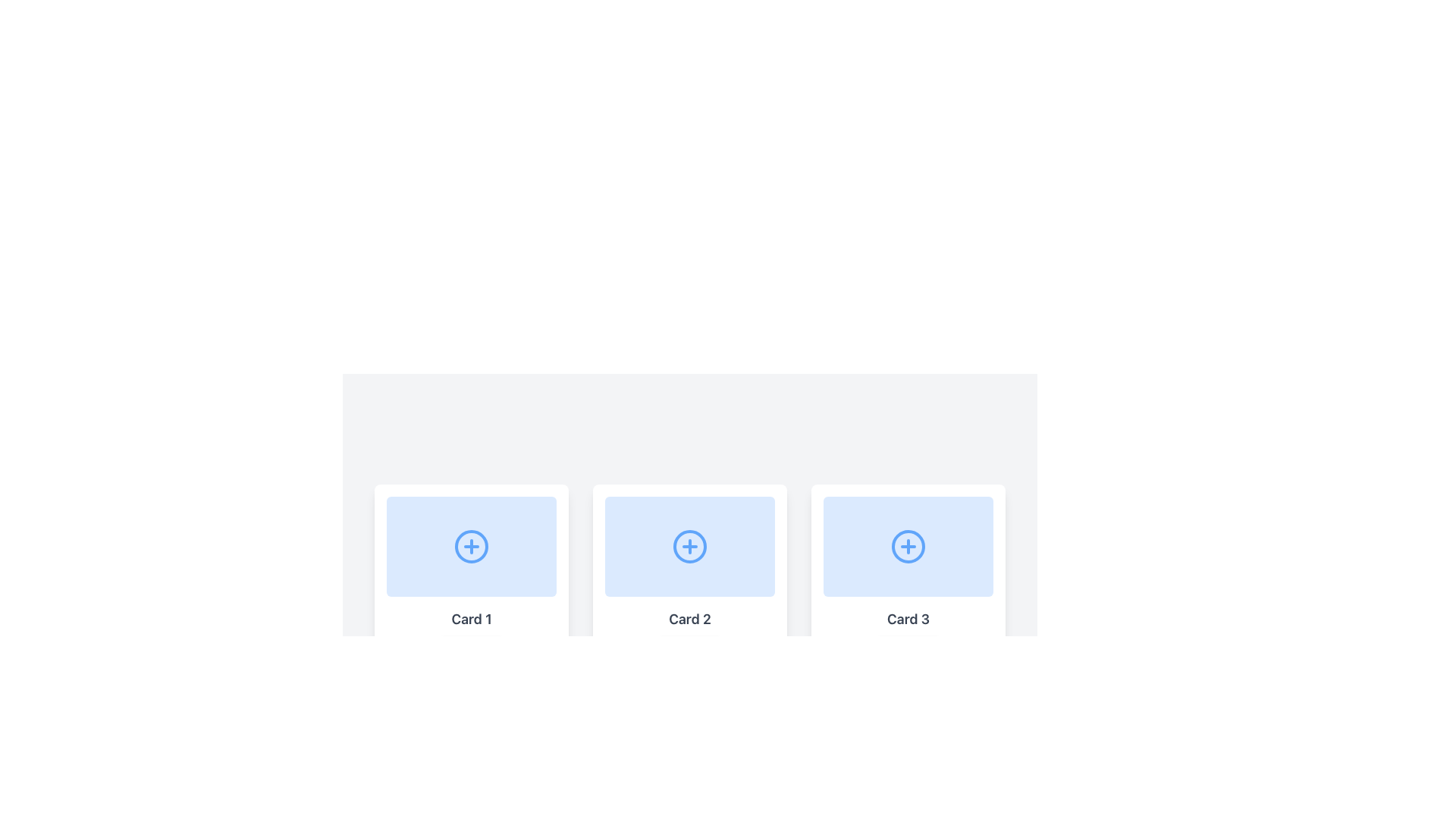 The image size is (1456, 819). What do you see at coordinates (471, 581) in the screenshot?
I see `the first card in the top row of the grid layout for keyboard interaction` at bounding box center [471, 581].